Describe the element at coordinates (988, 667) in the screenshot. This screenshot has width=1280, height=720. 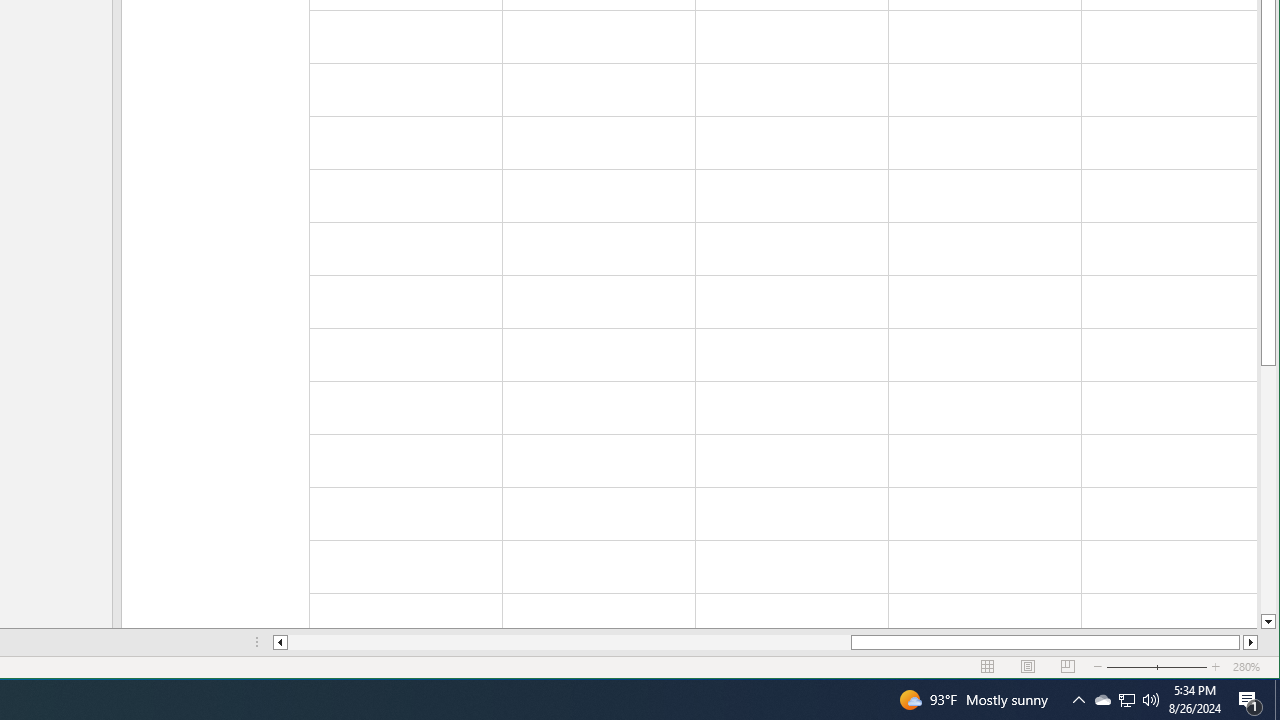
I see `'Normal'` at that location.